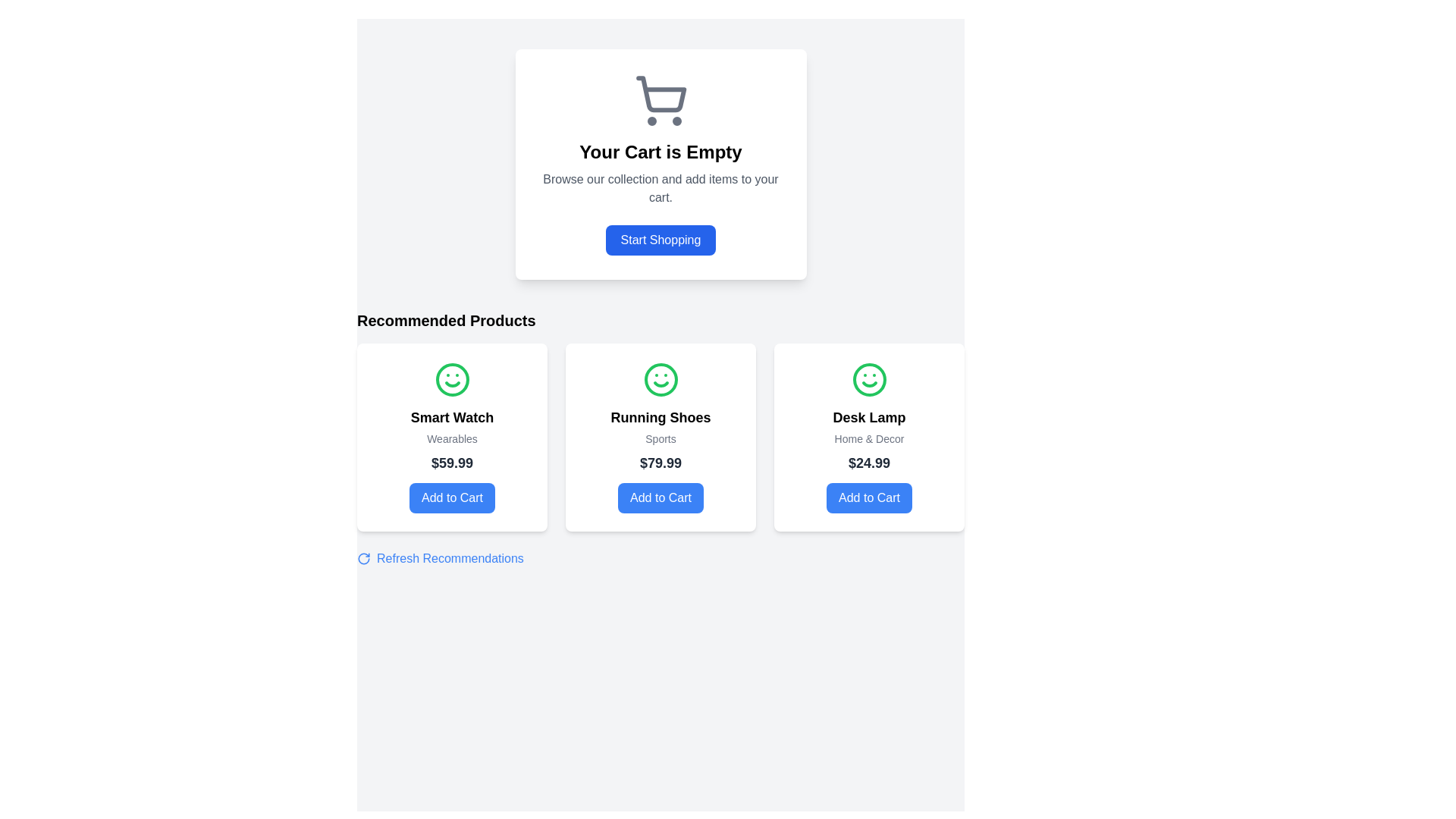 This screenshot has width=1456, height=819. I want to click on the 'Desk Lamp' text in the third card of the product recommendations section, so click(869, 418).